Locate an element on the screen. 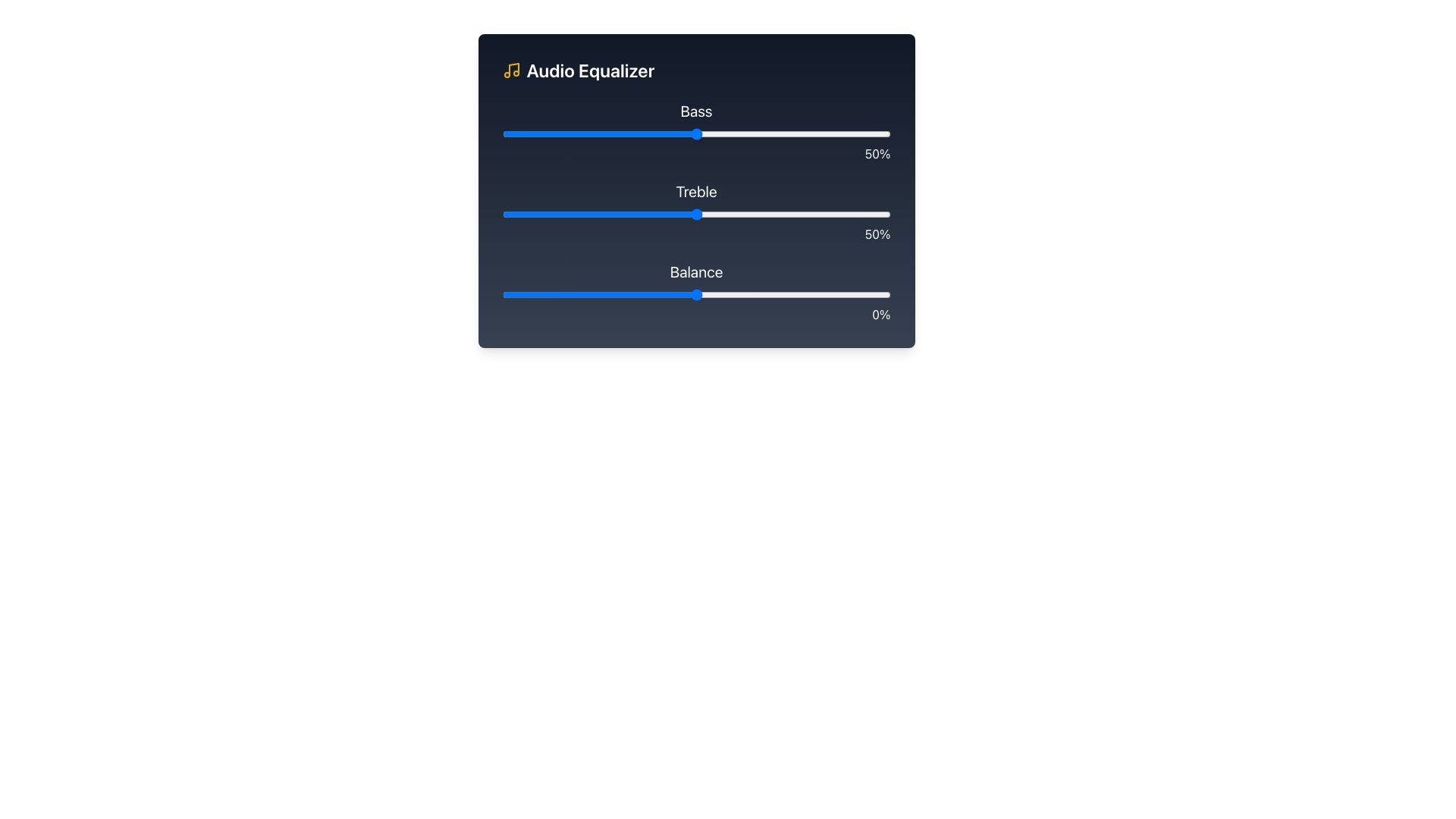 The image size is (1456, 819). the Bass level is located at coordinates (852, 133).